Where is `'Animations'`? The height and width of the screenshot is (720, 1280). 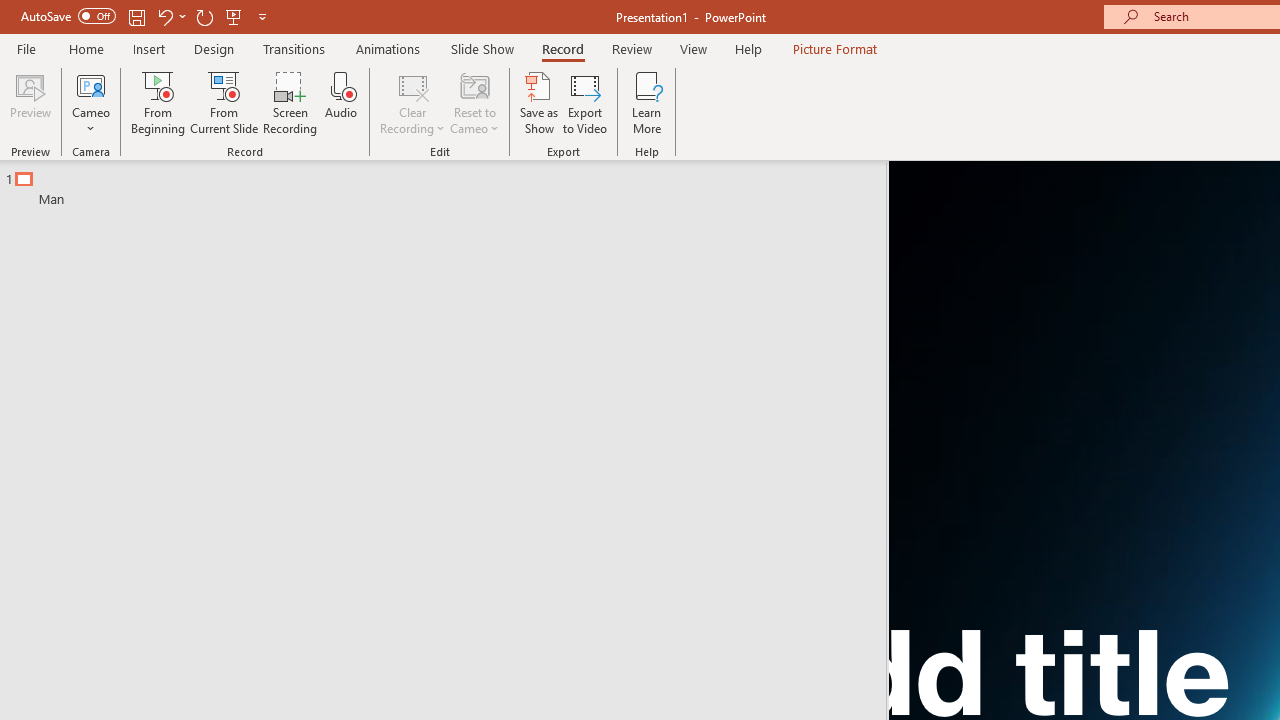
'Animations' is located at coordinates (388, 48).